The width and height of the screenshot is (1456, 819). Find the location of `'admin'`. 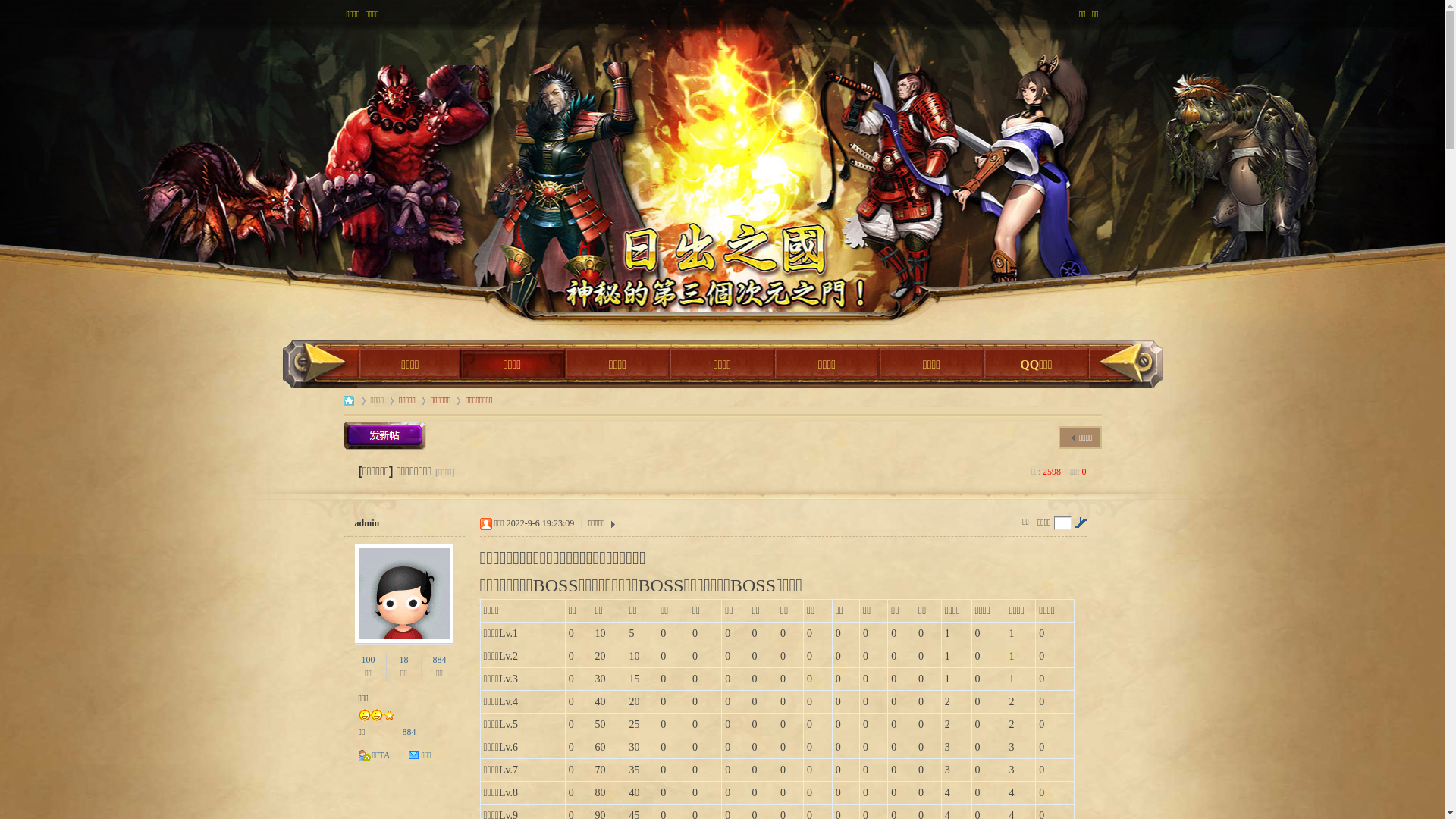

'admin' is located at coordinates (367, 522).